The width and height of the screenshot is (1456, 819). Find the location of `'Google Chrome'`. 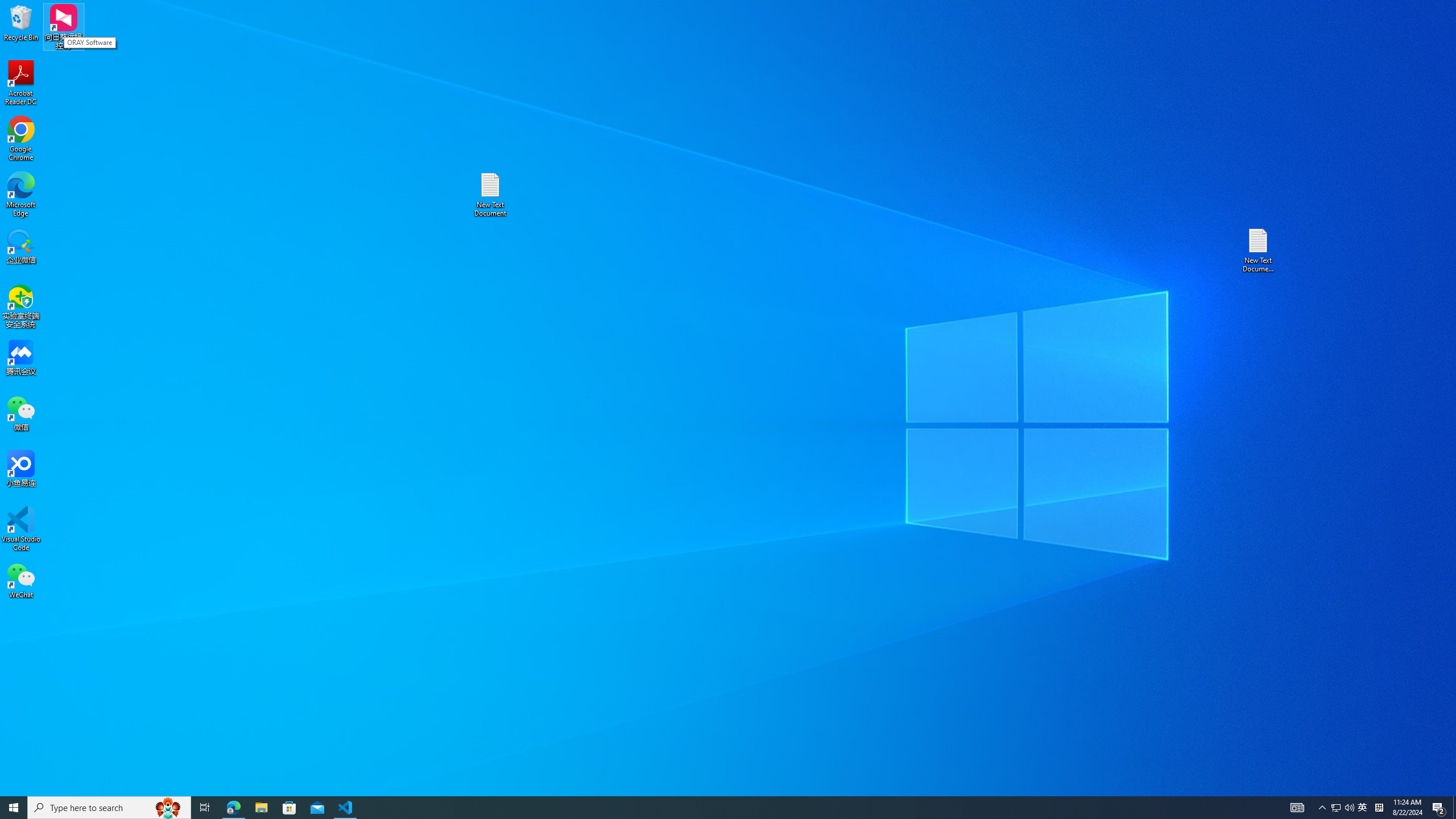

'Google Chrome' is located at coordinates (20, 139).